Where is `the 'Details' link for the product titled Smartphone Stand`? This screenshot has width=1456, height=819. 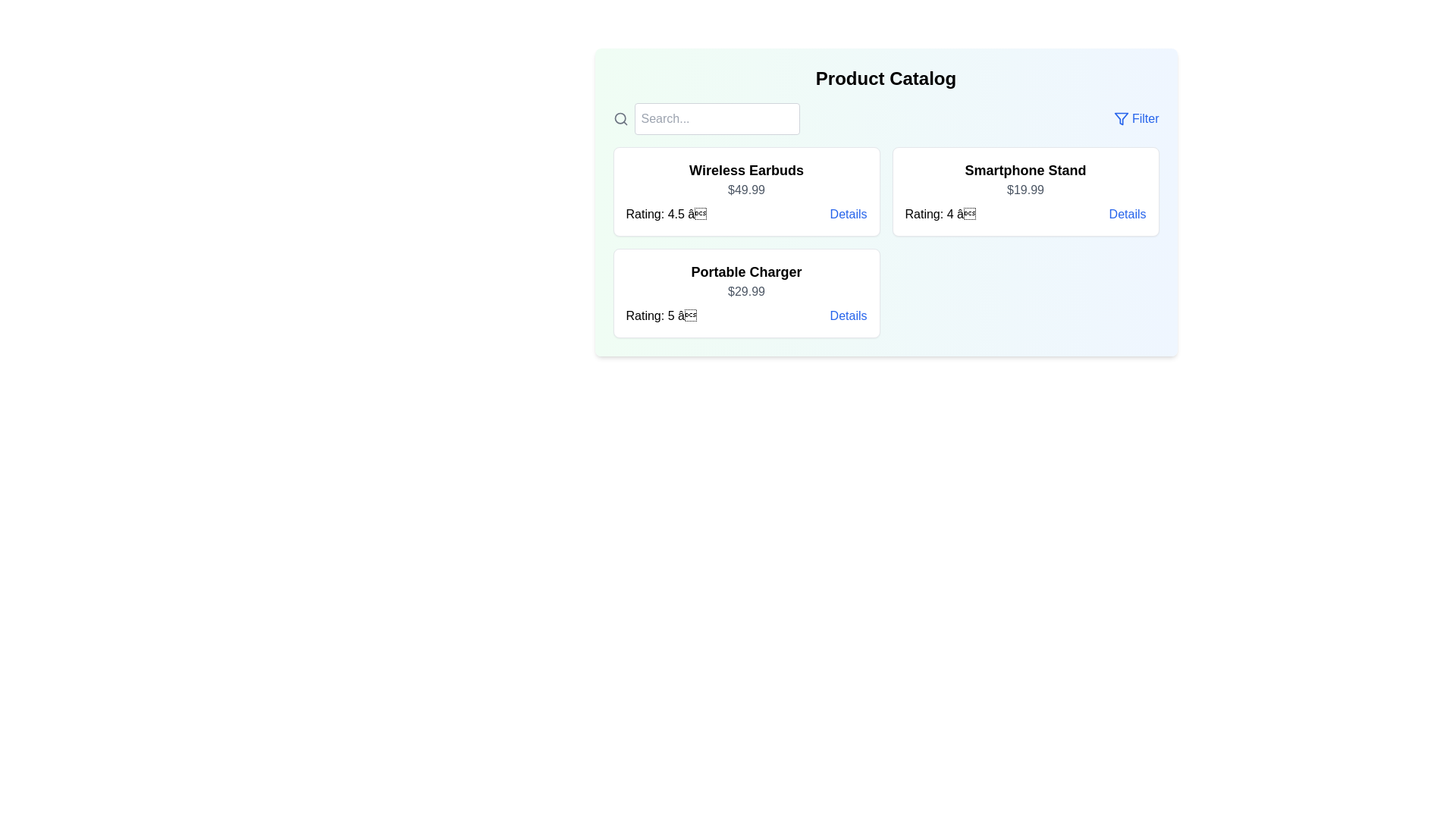 the 'Details' link for the product titled Smartphone Stand is located at coordinates (1128, 214).